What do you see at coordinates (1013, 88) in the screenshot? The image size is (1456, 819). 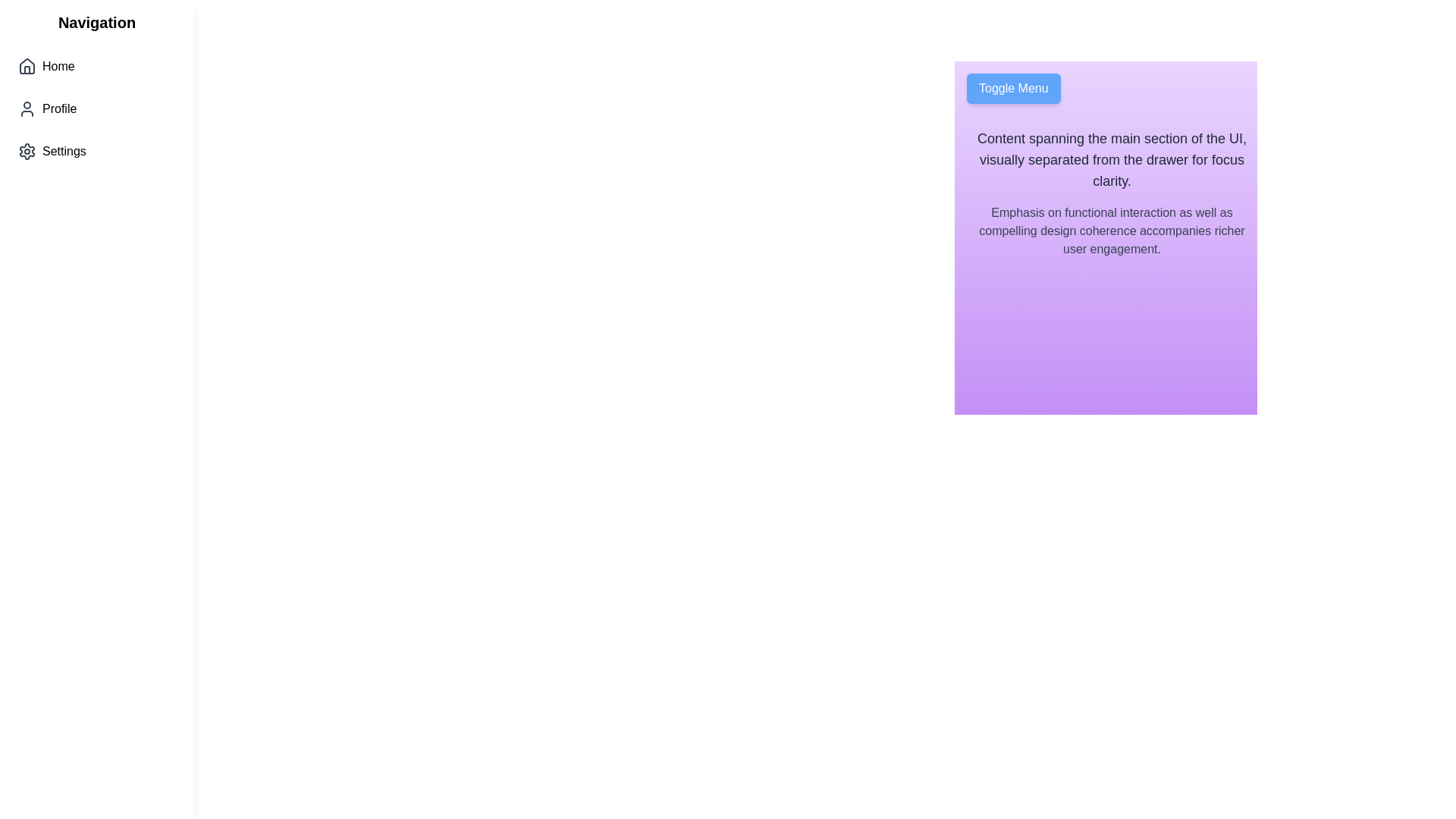 I see `the 'Toggle Menu' button` at bounding box center [1013, 88].